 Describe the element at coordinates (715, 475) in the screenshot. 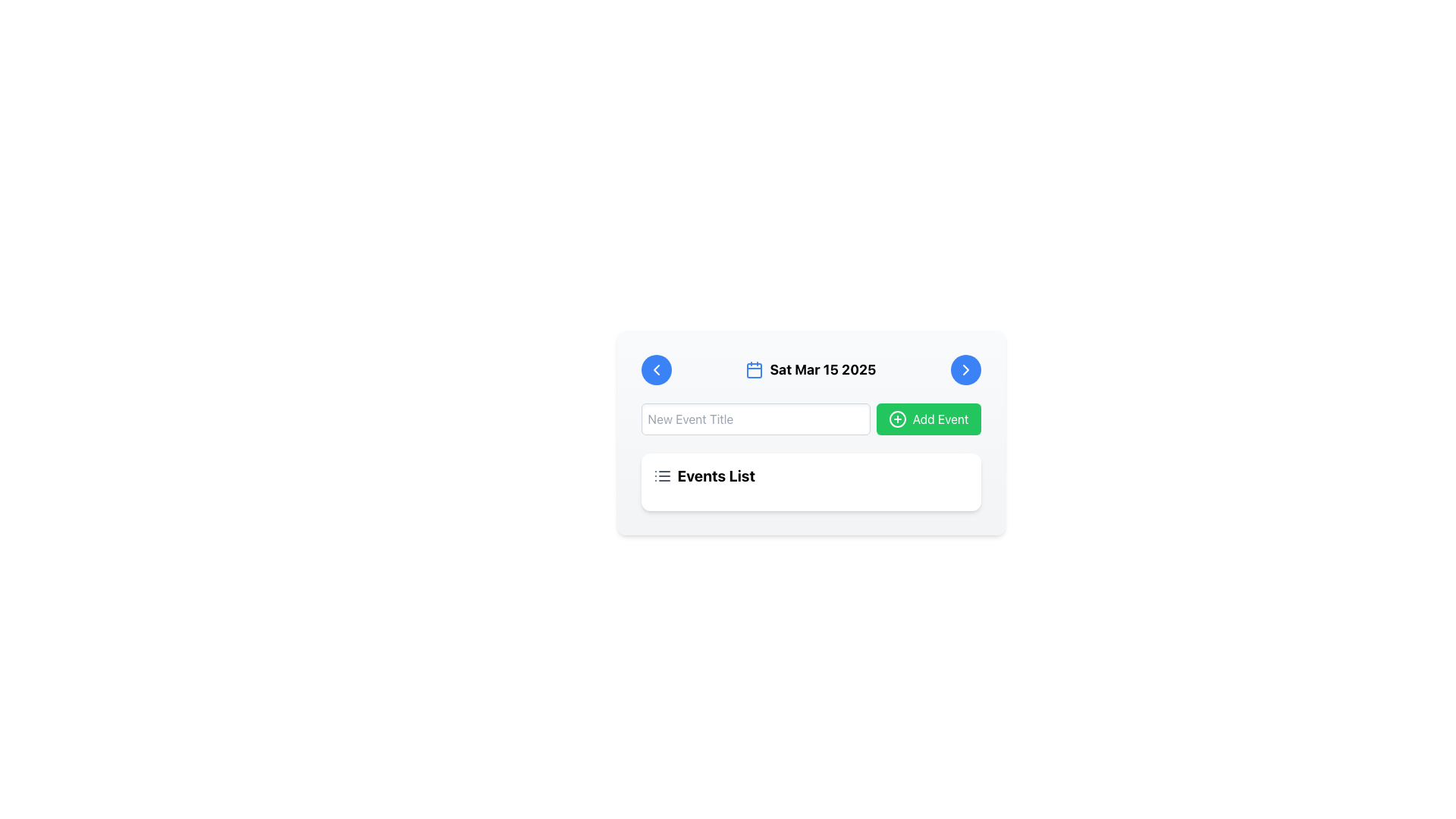

I see `text content of the 'Events List' label, which is displayed in bold and larger font, and is black in color` at that location.